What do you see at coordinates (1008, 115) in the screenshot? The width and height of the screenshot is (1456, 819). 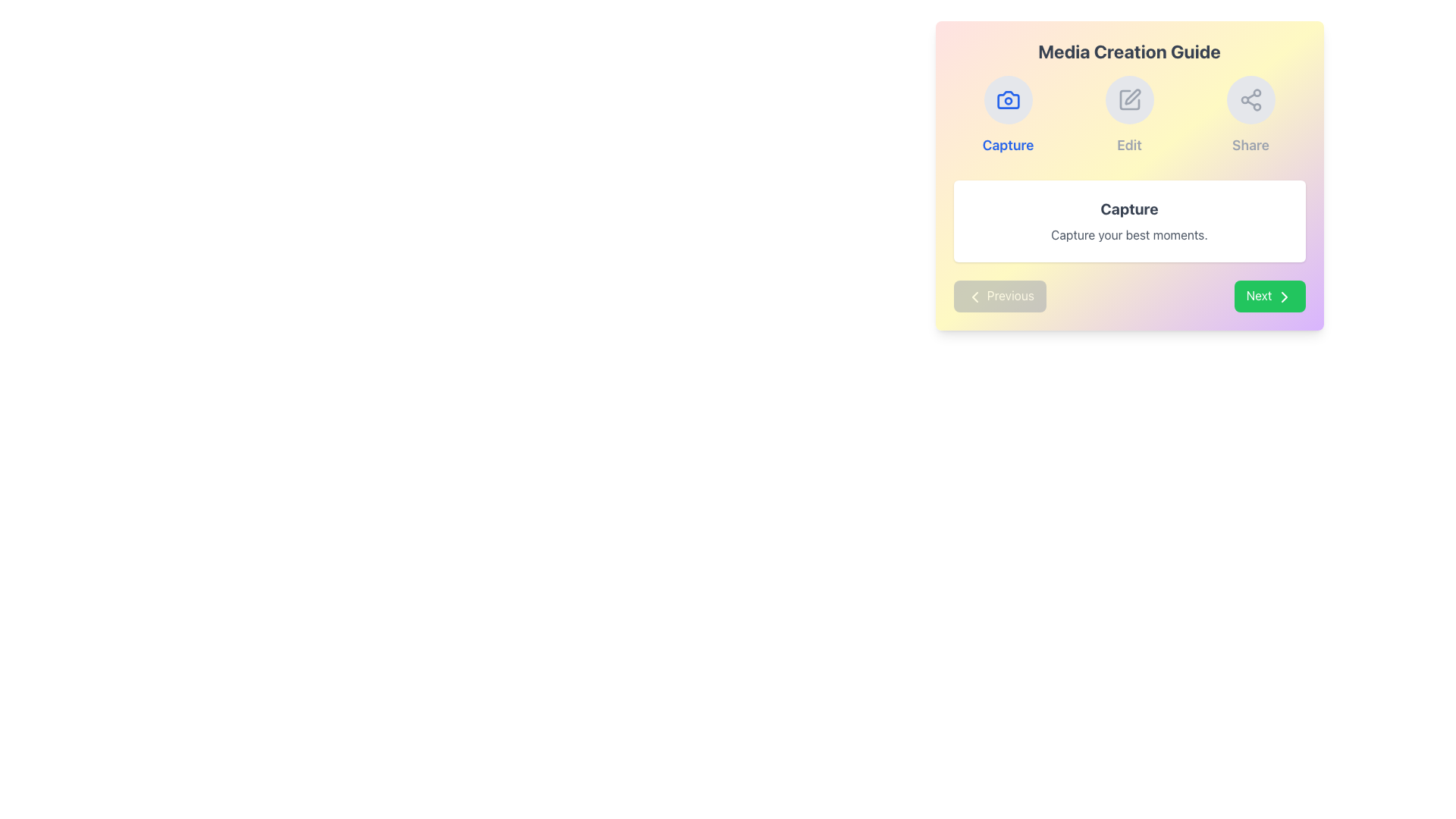 I see `the 'Capture' button located in the top-left of the three-column grid within the 'Media Creation Guide' section` at bounding box center [1008, 115].